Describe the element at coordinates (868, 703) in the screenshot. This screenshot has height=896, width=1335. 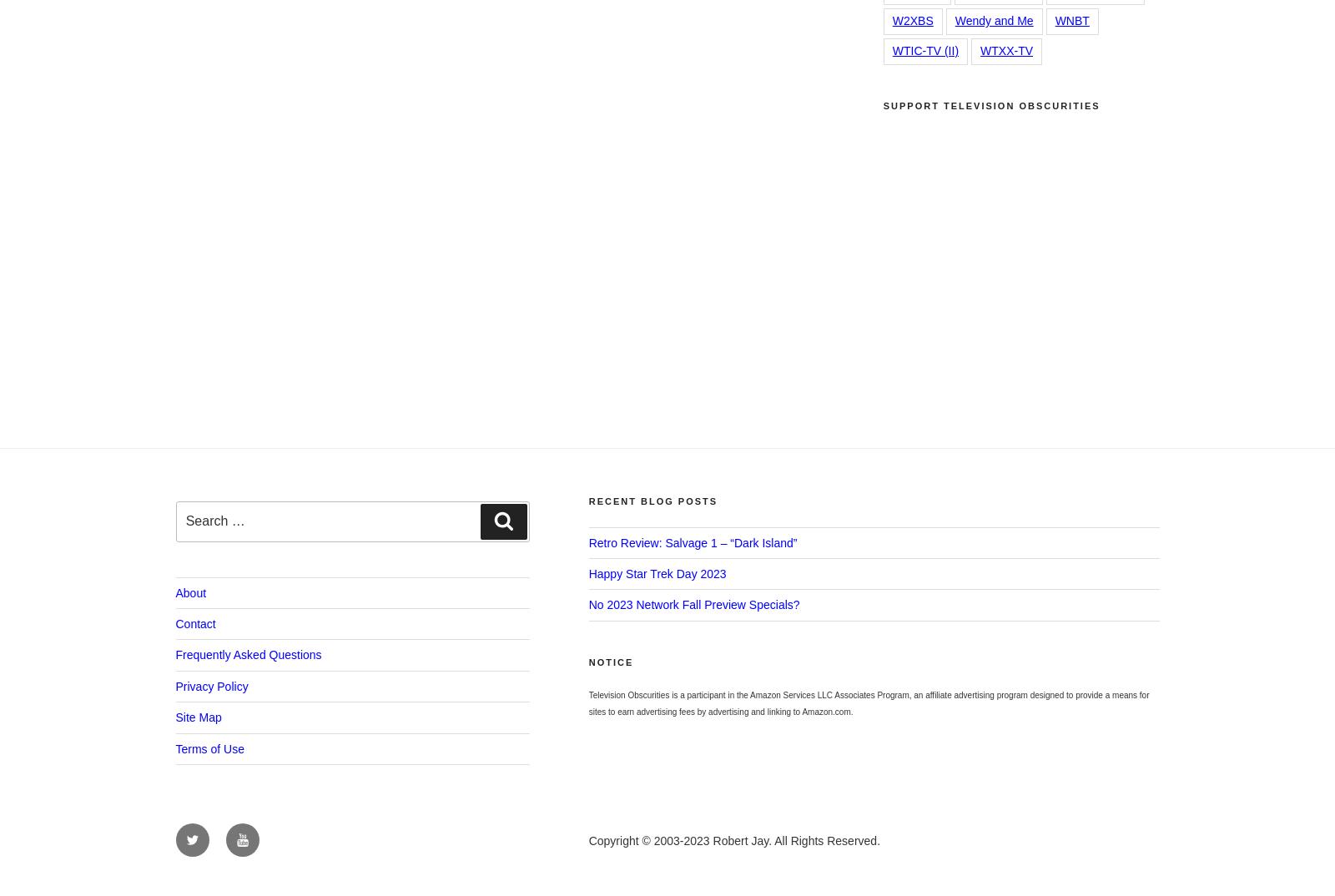
I see `'Television Obscurities is a participant in the Amazon Services LLC Associates Program, an affiliate advertising program designed to provide a means for sites to earn advertising fees by advertising and linking to Amazon.com.'` at that location.